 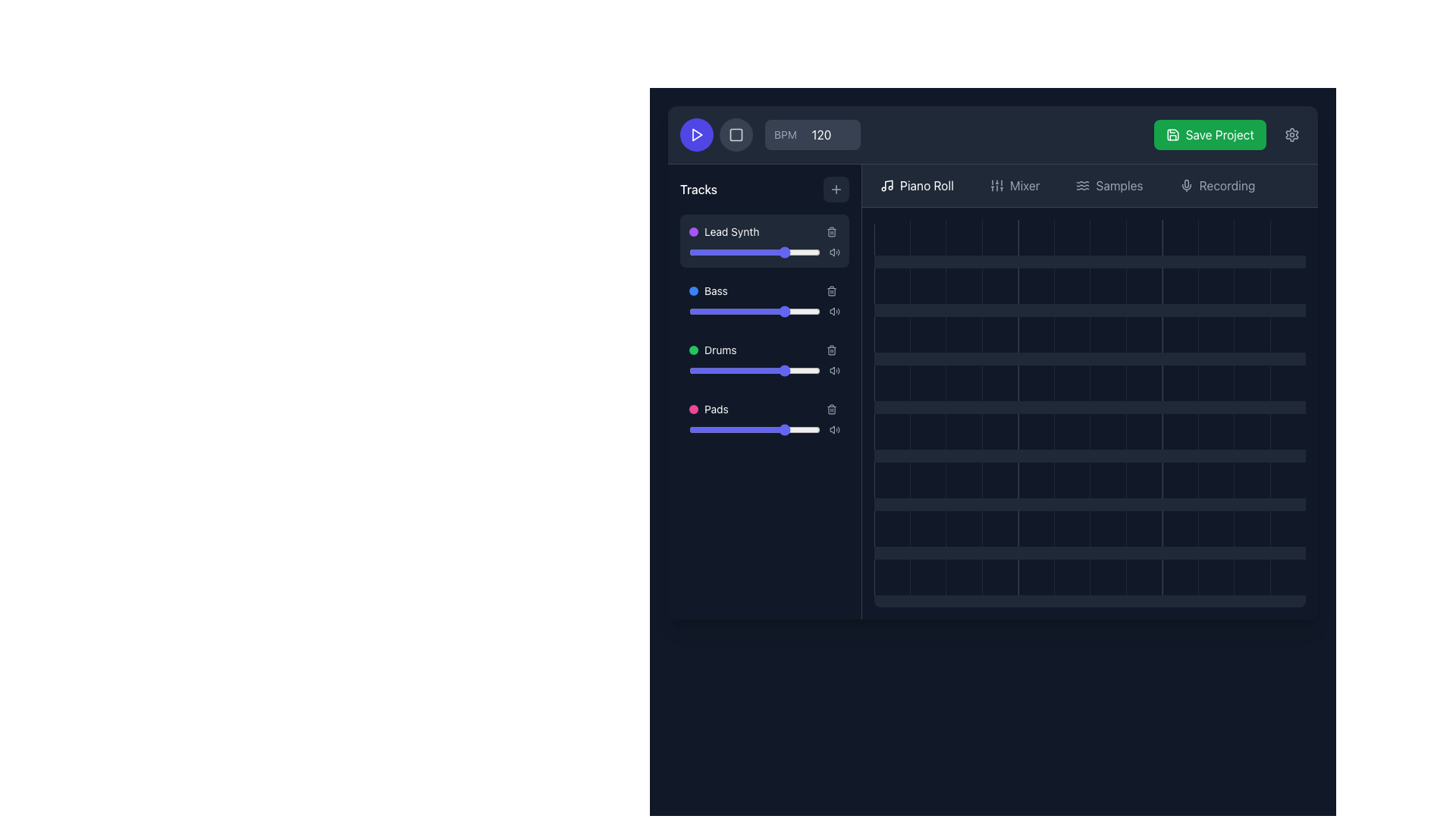 What do you see at coordinates (711, 371) in the screenshot?
I see `the slider value` at bounding box center [711, 371].